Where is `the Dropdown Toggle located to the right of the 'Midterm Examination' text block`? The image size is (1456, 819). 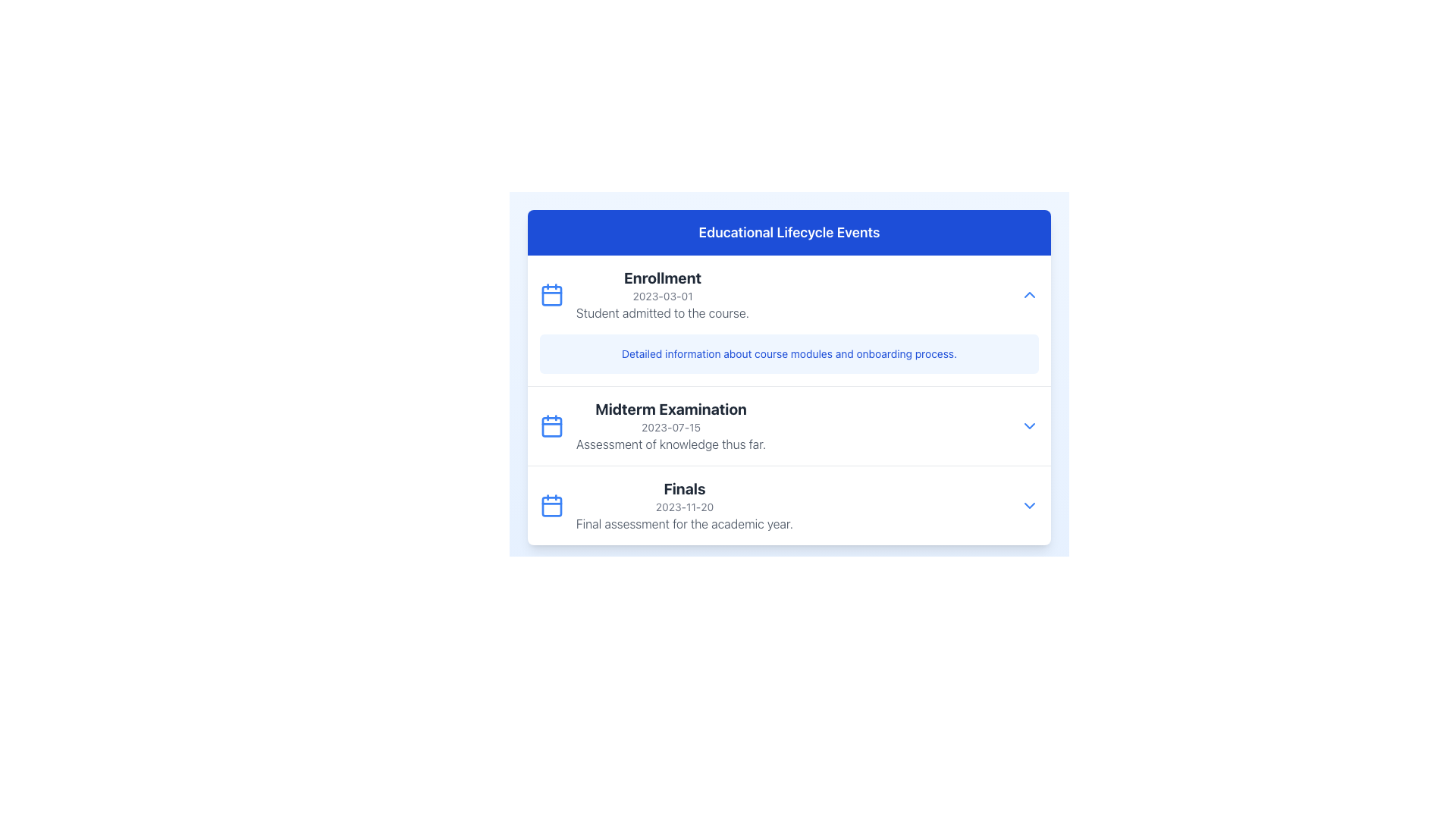
the Dropdown Toggle located to the right of the 'Midterm Examination' text block is located at coordinates (1030, 426).